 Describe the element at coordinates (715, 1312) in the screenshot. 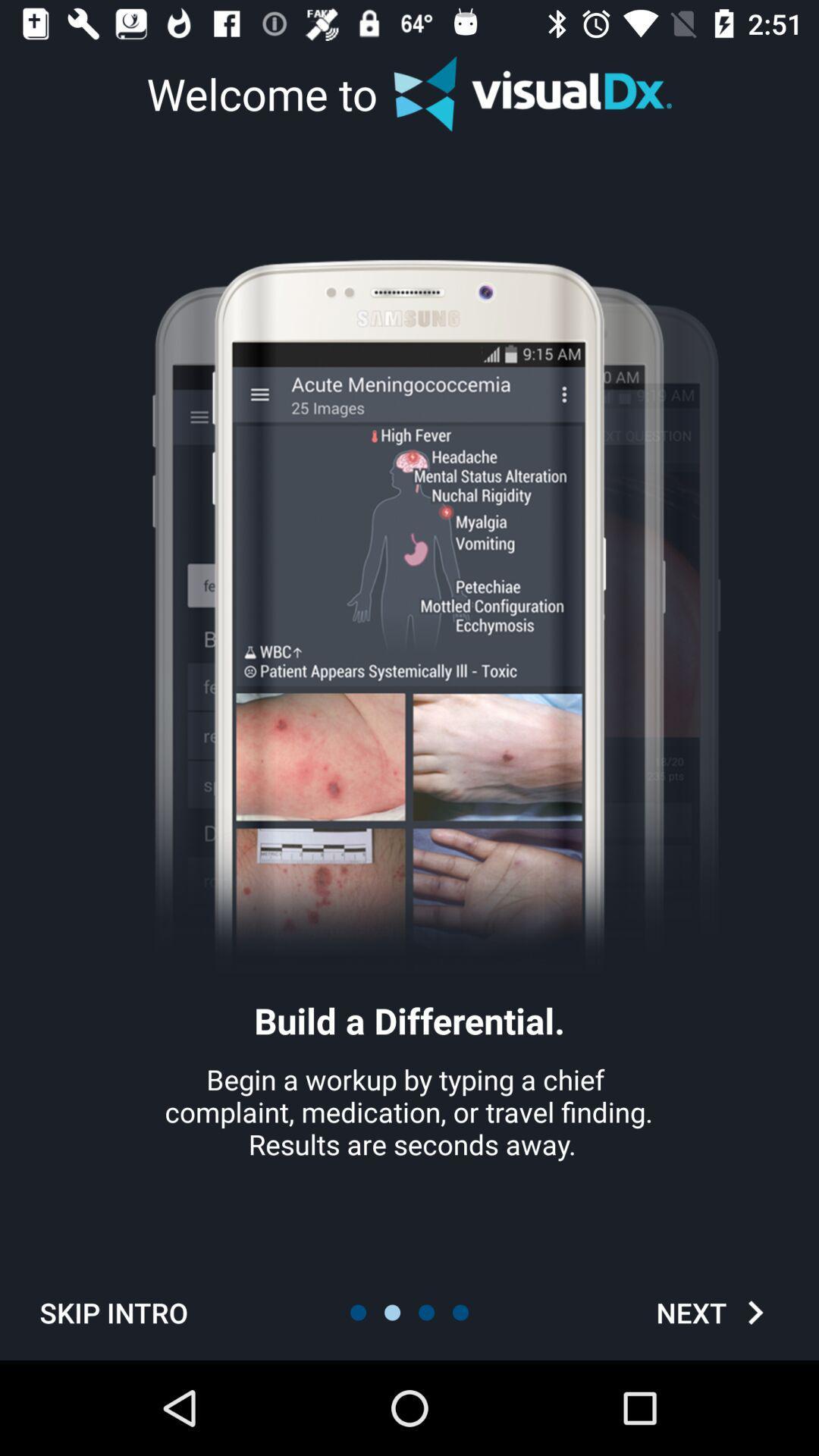

I see `the next` at that location.